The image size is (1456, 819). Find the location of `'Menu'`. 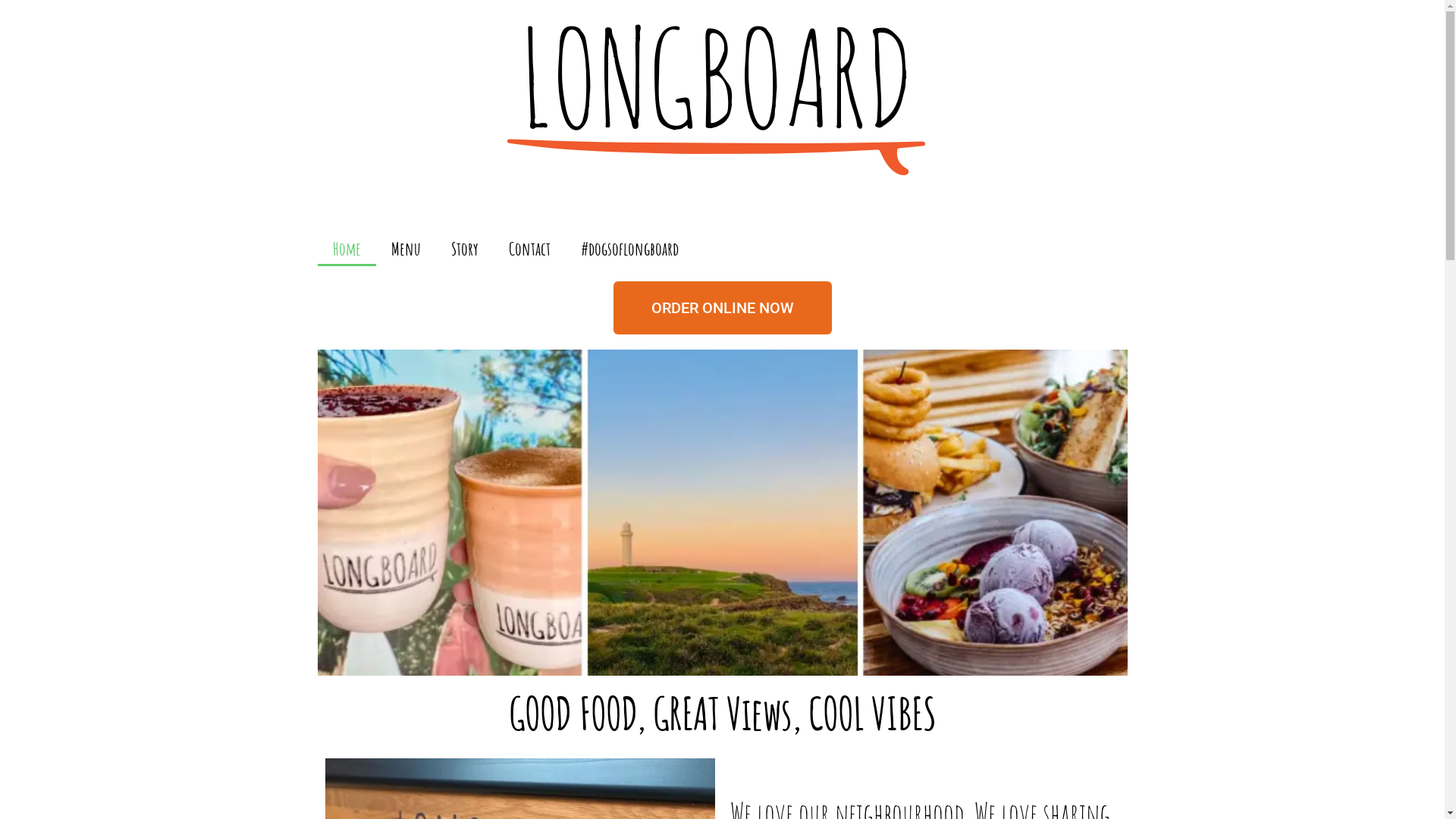

'Menu' is located at coordinates (406, 247).